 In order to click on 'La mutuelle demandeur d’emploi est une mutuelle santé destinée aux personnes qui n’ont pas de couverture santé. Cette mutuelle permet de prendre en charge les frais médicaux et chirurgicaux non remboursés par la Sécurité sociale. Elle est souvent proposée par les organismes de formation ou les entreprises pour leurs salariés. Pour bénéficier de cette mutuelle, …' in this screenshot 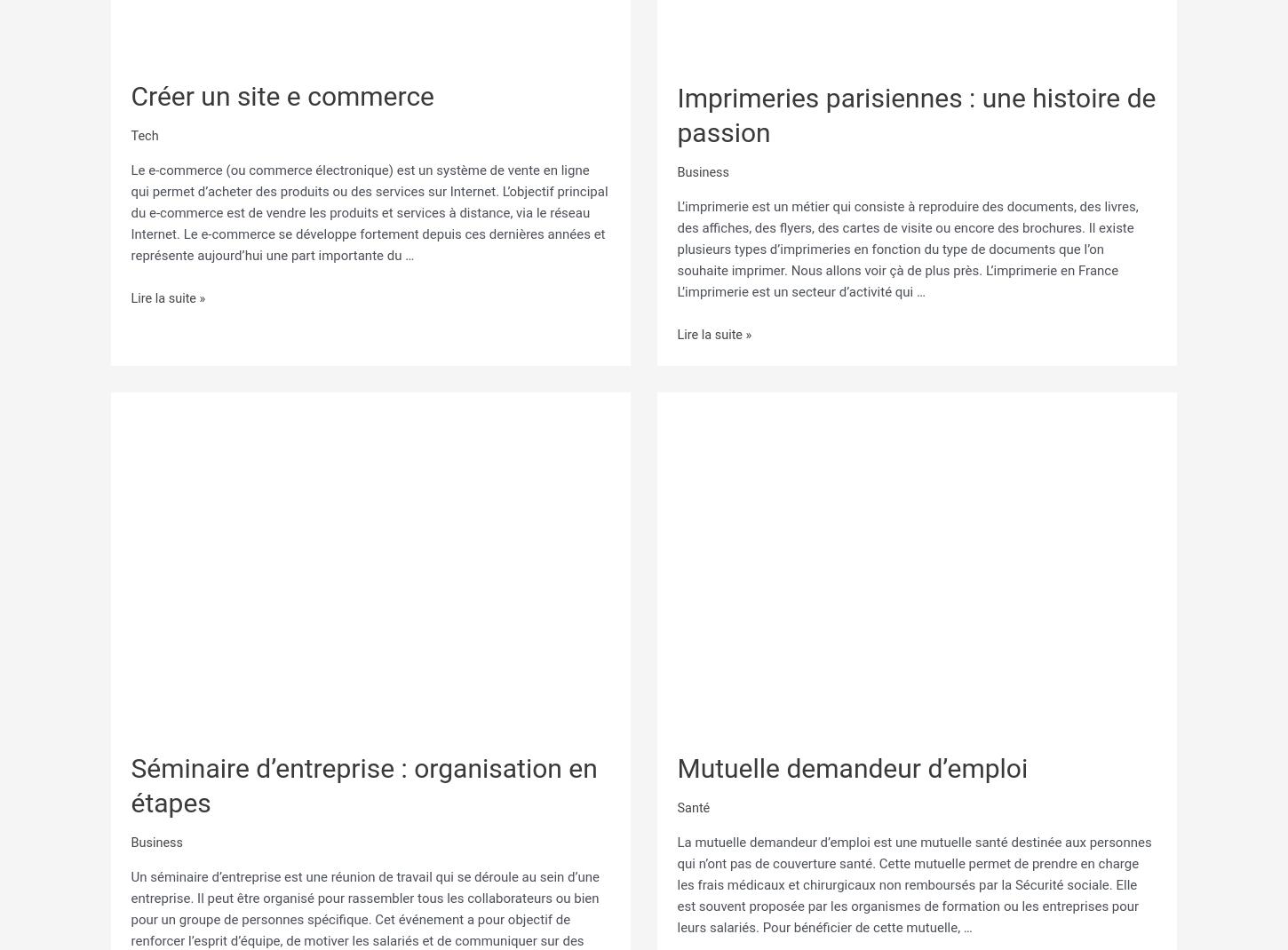, I will do `click(676, 878)`.